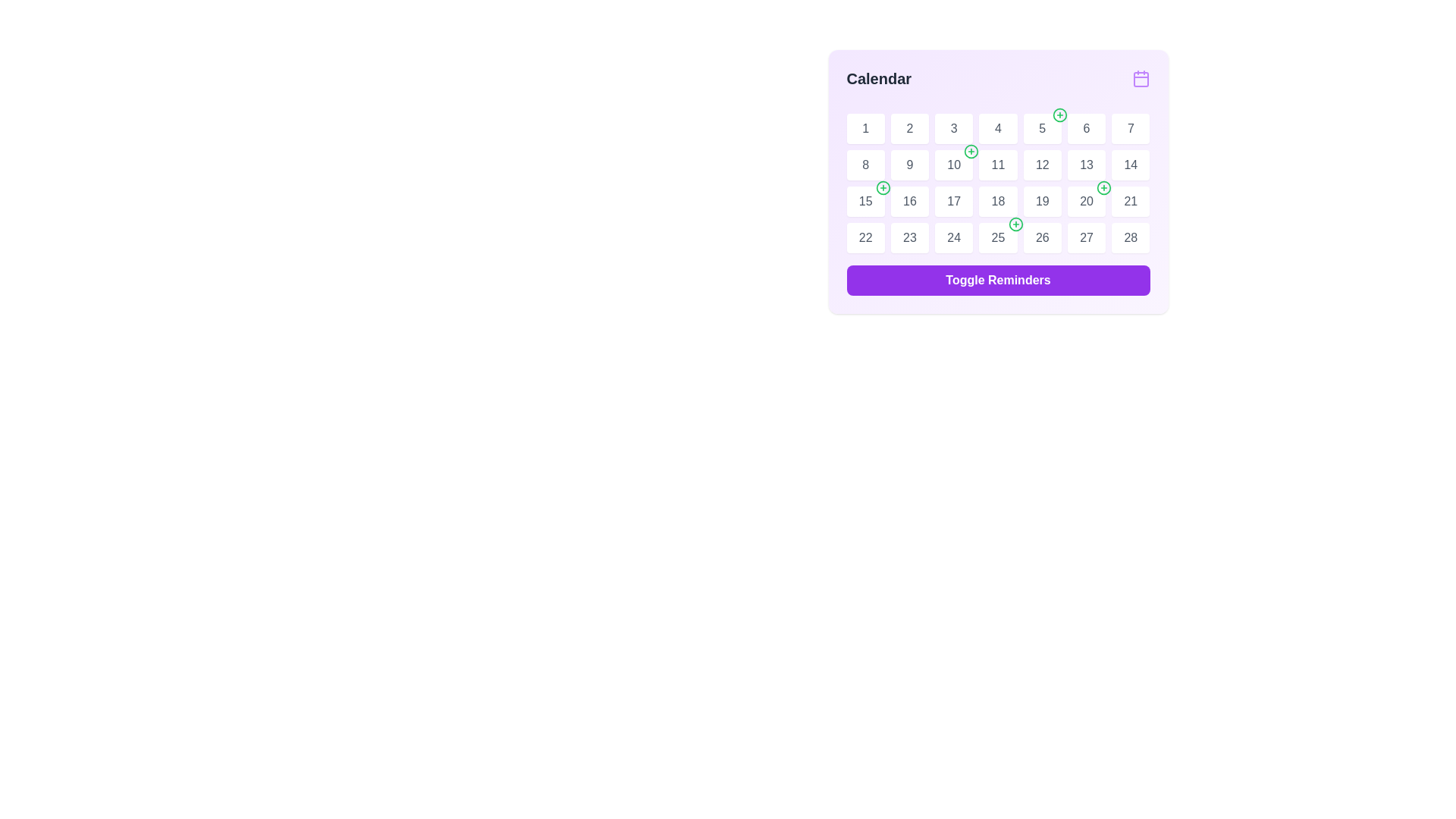  I want to click on the calendar day cell representing the date '13', which is located in the second row and third column of the calendar grid, so click(1086, 165).